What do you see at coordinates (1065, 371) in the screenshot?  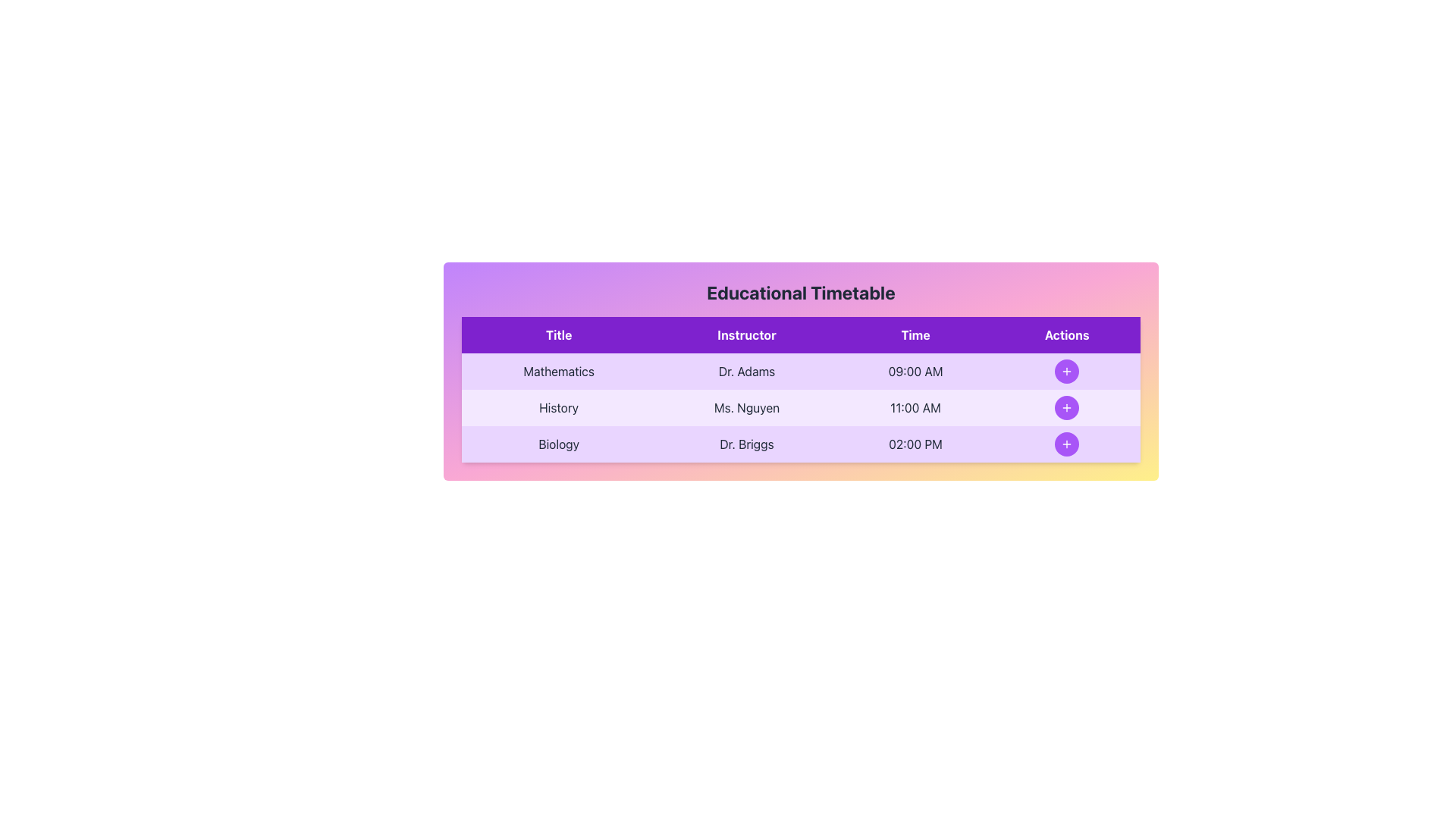 I see `the 'add' button located in the 'Actions' column under the 'Mathematics' row` at bounding box center [1065, 371].